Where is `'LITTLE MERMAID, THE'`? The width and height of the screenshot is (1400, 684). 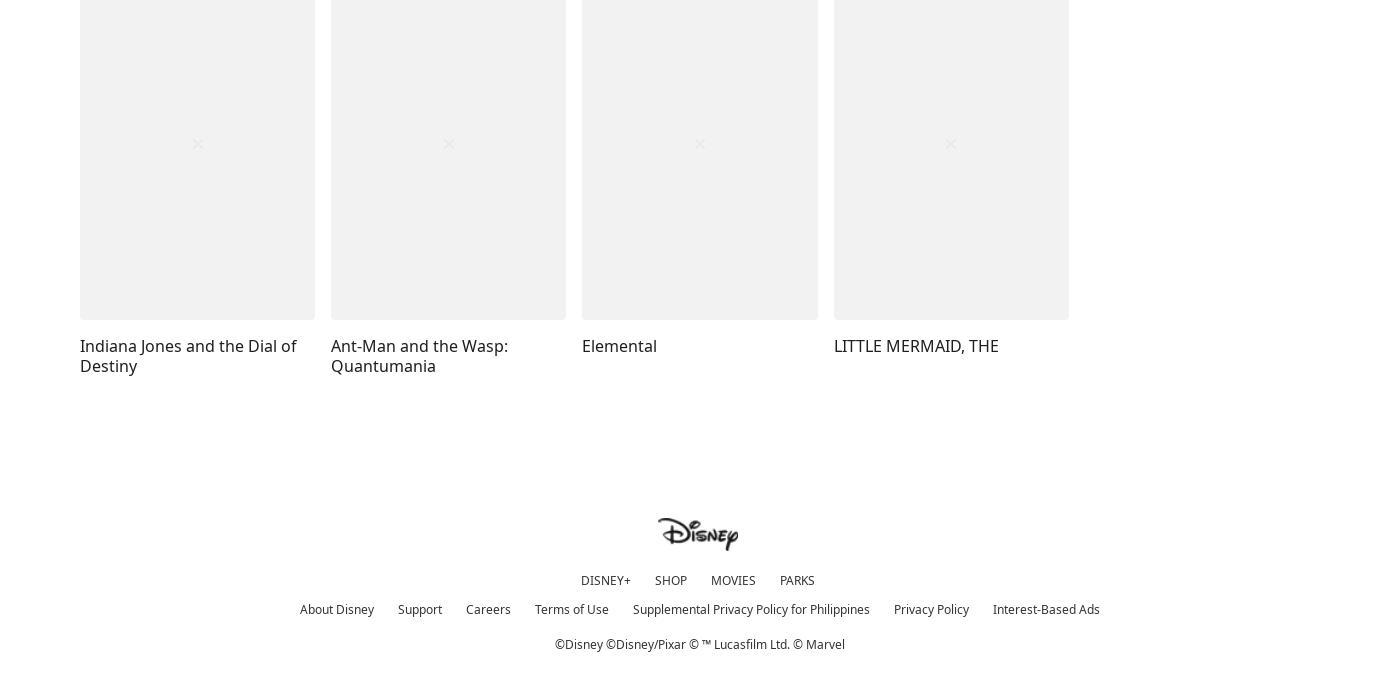 'LITTLE MERMAID, THE' is located at coordinates (915, 344).